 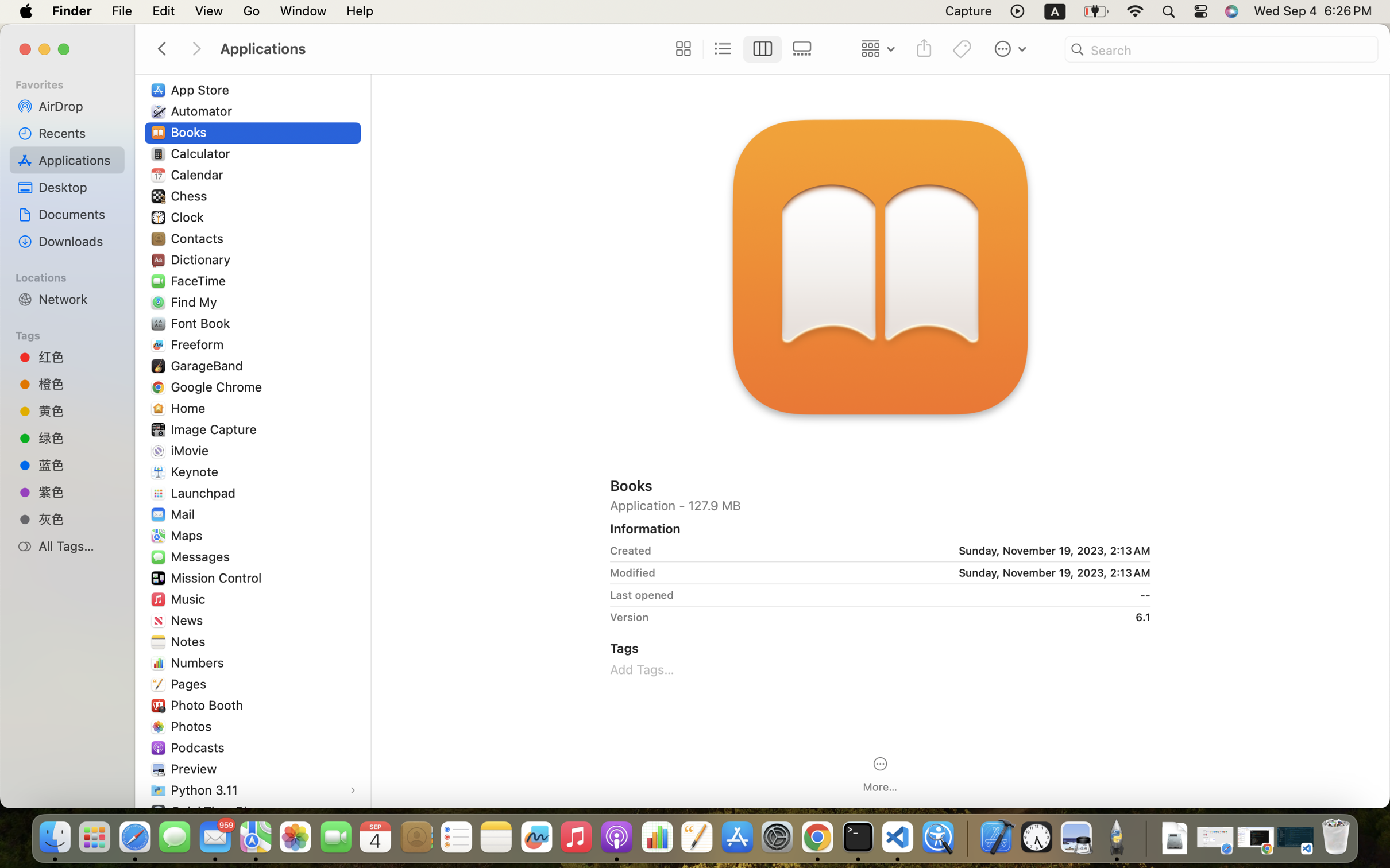 What do you see at coordinates (202, 88) in the screenshot?
I see `'App Store'` at bounding box center [202, 88].